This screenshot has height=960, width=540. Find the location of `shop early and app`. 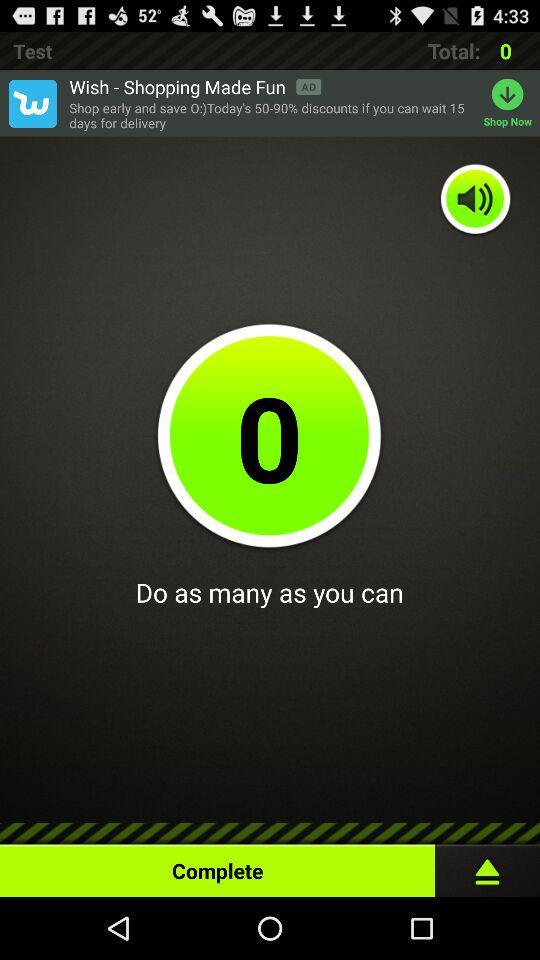

shop early and app is located at coordinates (270, 115).